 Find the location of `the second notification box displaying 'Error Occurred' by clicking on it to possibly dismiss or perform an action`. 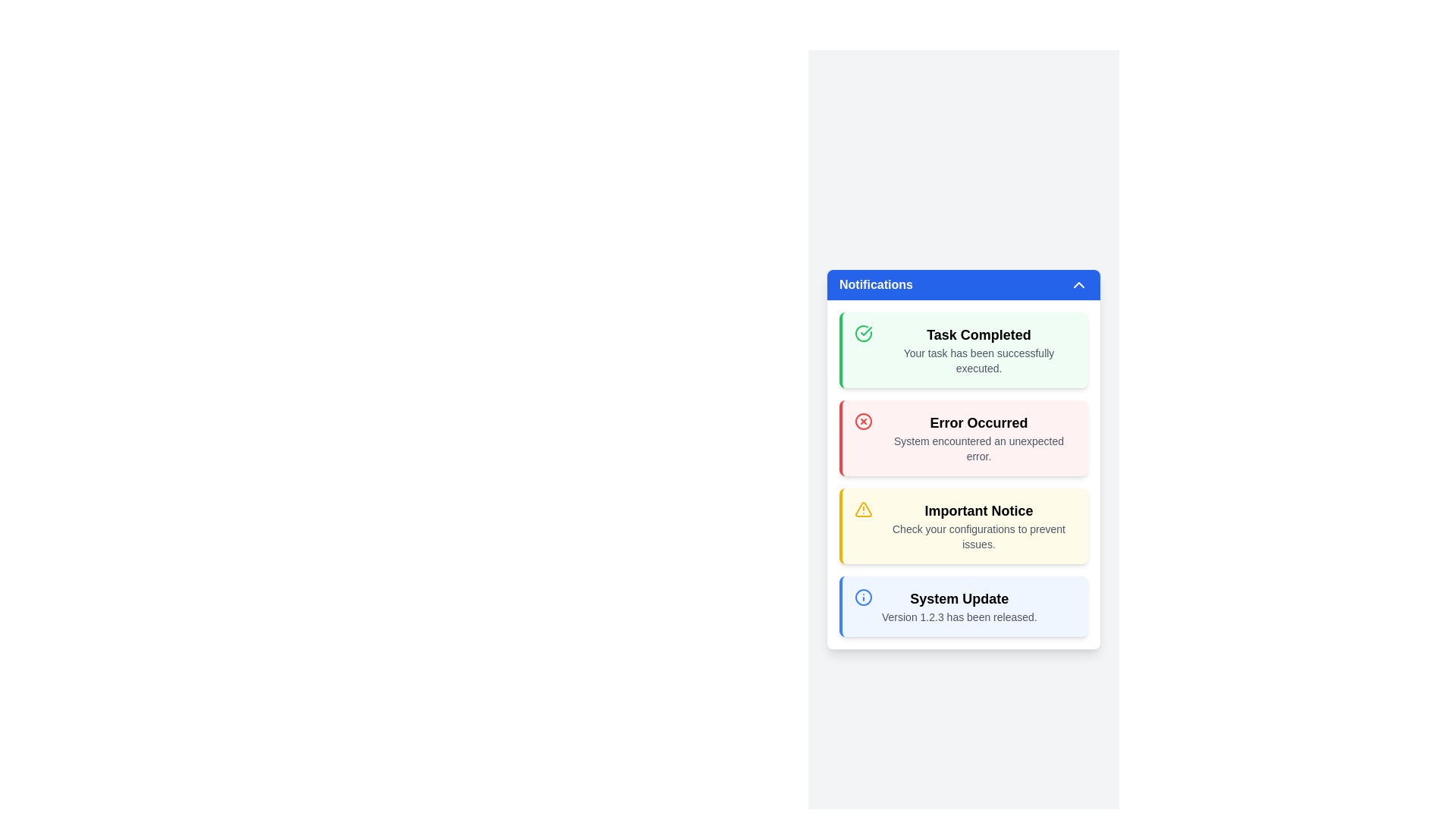

the second notification box displaying 'Error Occurred' by clicking on it to possibly dismiss or perform an action is located at coordinates (963, 438).